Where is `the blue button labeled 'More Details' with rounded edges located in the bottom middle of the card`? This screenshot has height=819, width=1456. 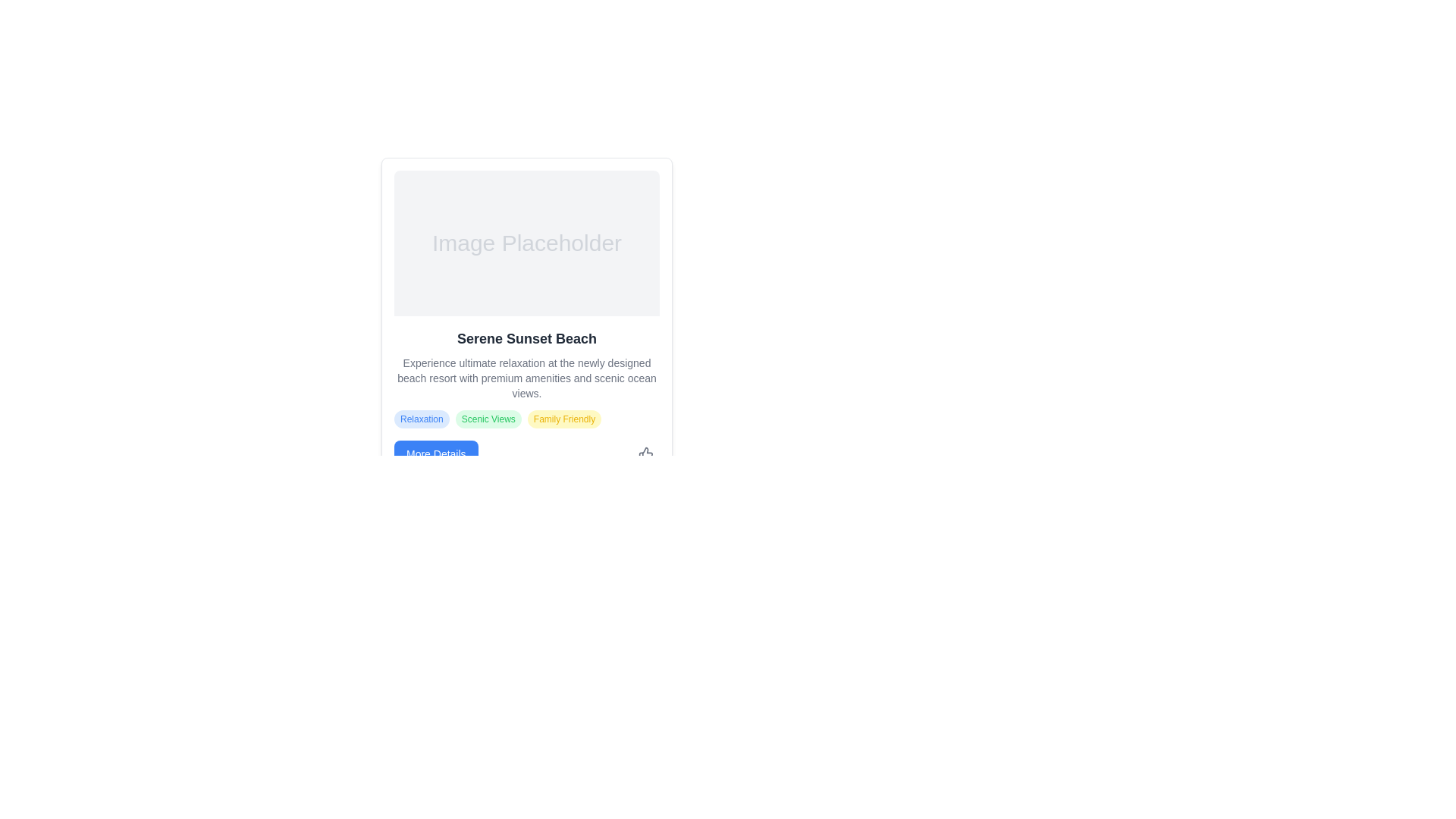
the blue button labeled 'More Details' with rounded edges located in the bottom middle of the card is located at coordinates (435, 453).